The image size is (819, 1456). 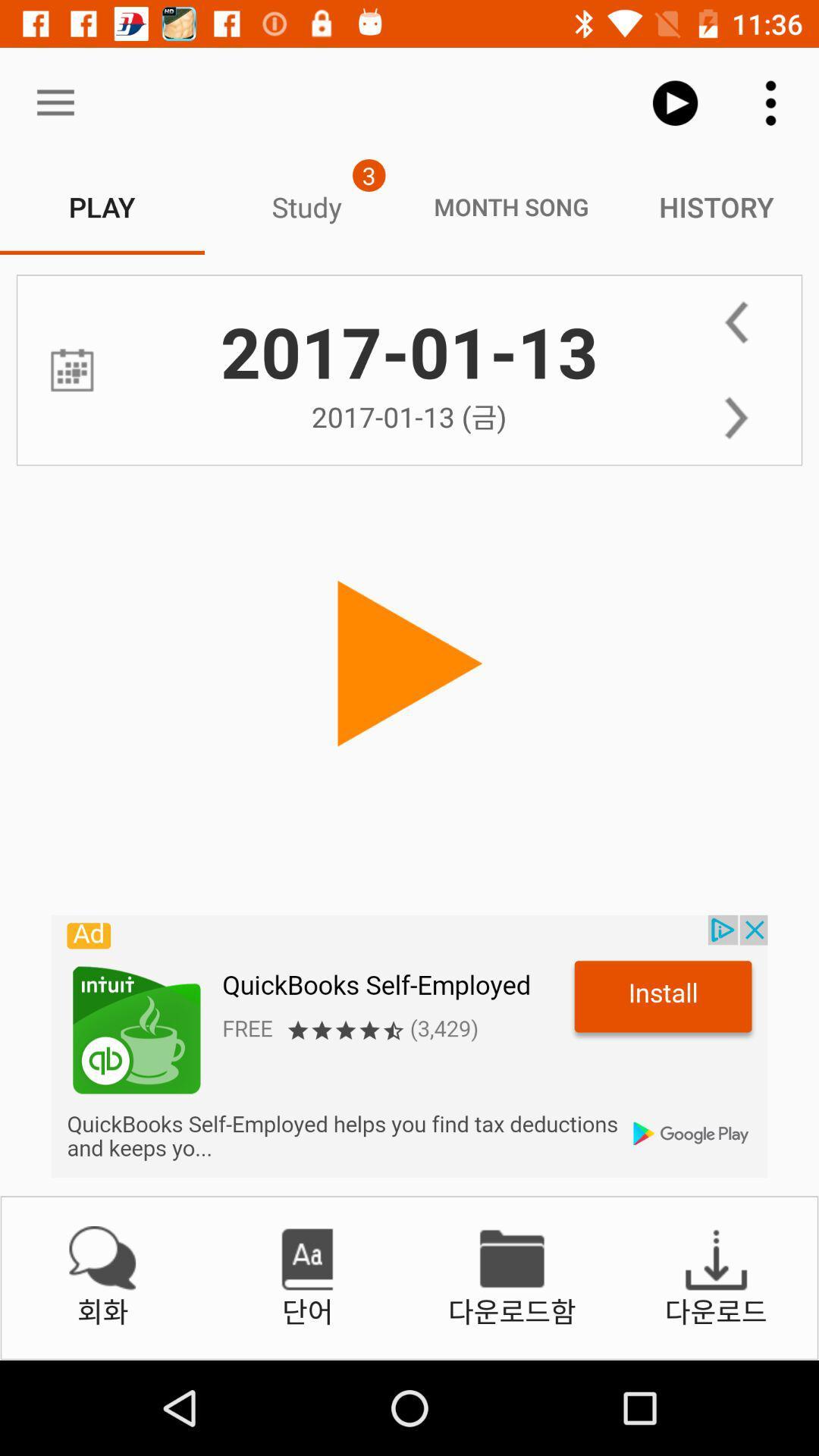 I want to click on play, so click(x=409, y=664).